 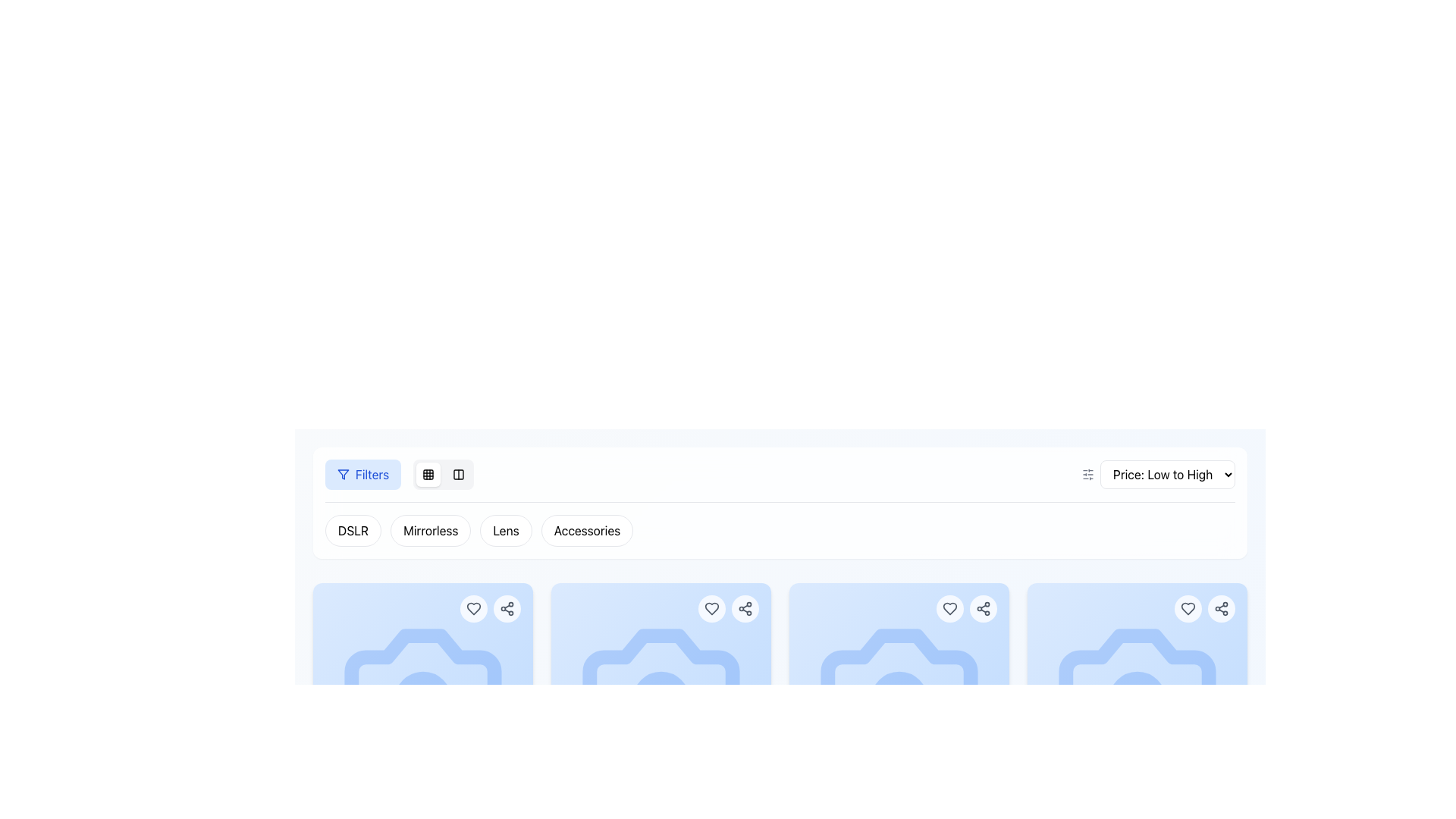 What do you see at coordinates (1222, 607) in the screenshot?
I see `the circular share button with a white background and a gray share icon, located` at bounding box center [1222, 607].